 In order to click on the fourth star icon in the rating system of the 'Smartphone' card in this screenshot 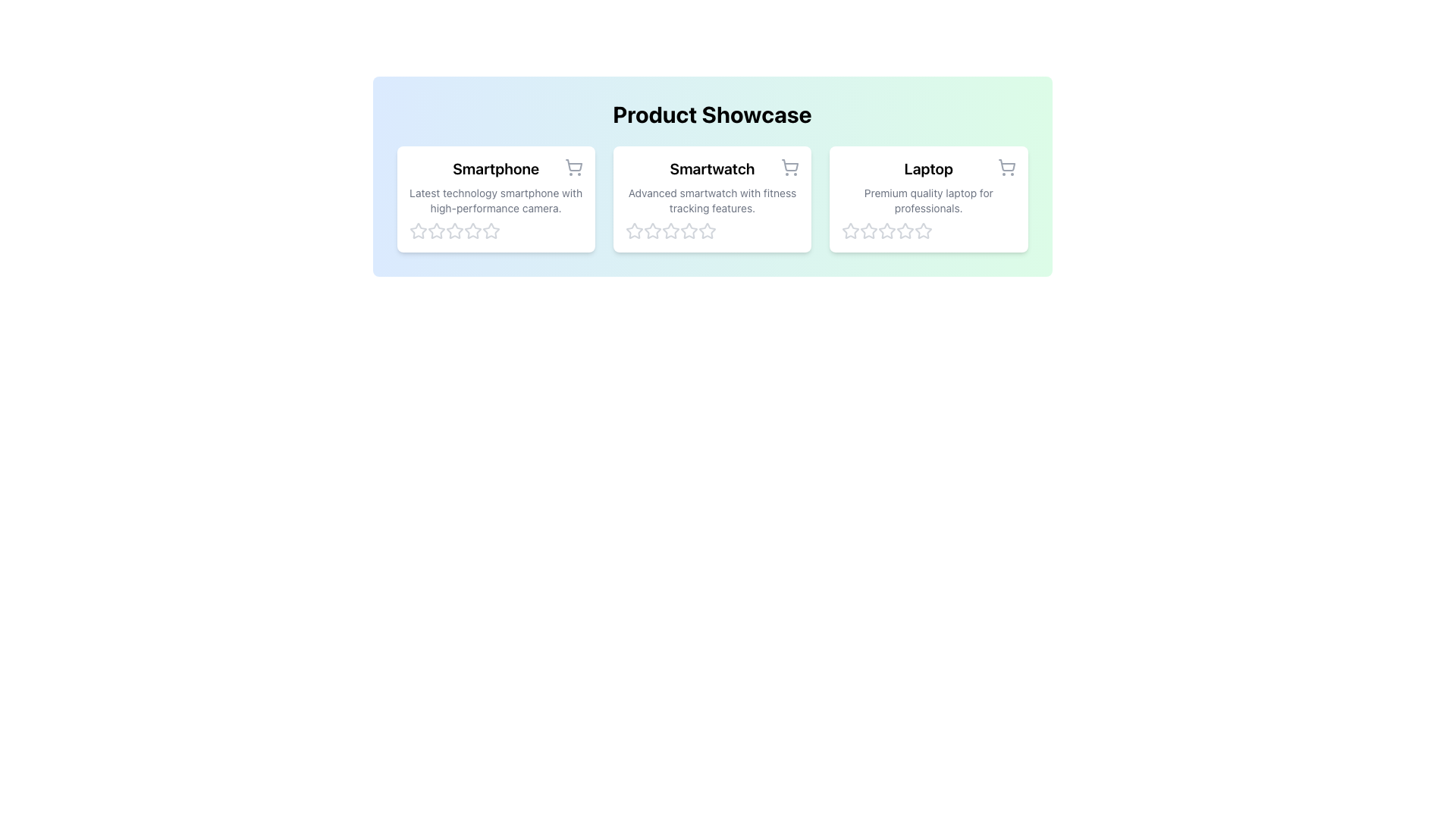, I will do `click(472, 231)`.